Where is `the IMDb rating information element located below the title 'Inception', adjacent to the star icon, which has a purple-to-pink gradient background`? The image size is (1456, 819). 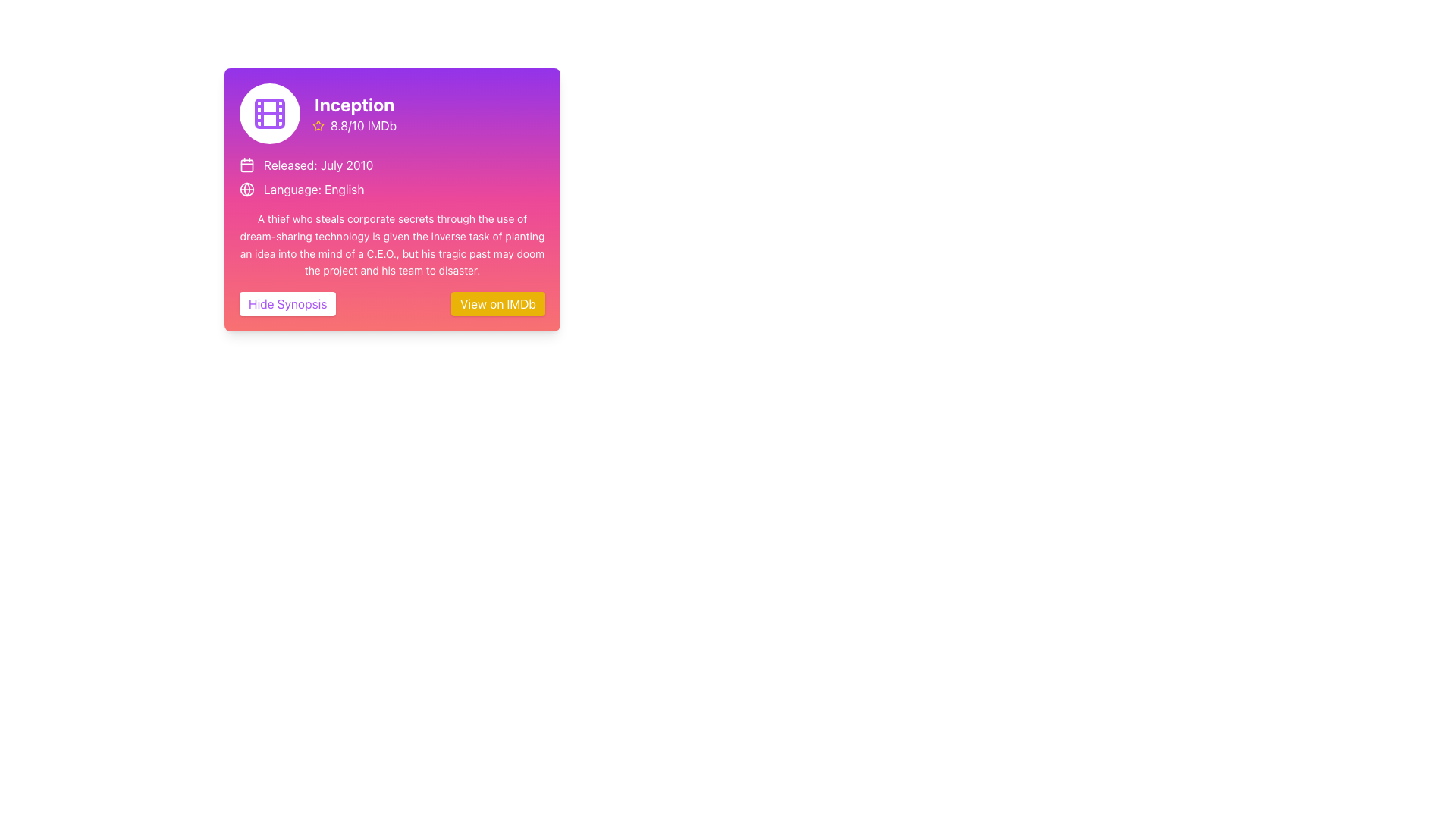 the IMDb rating information element located below the title 'Inception', adjacent to the star icon, which has a purple-to-pink gradient background is located at coordinates (353, 124).